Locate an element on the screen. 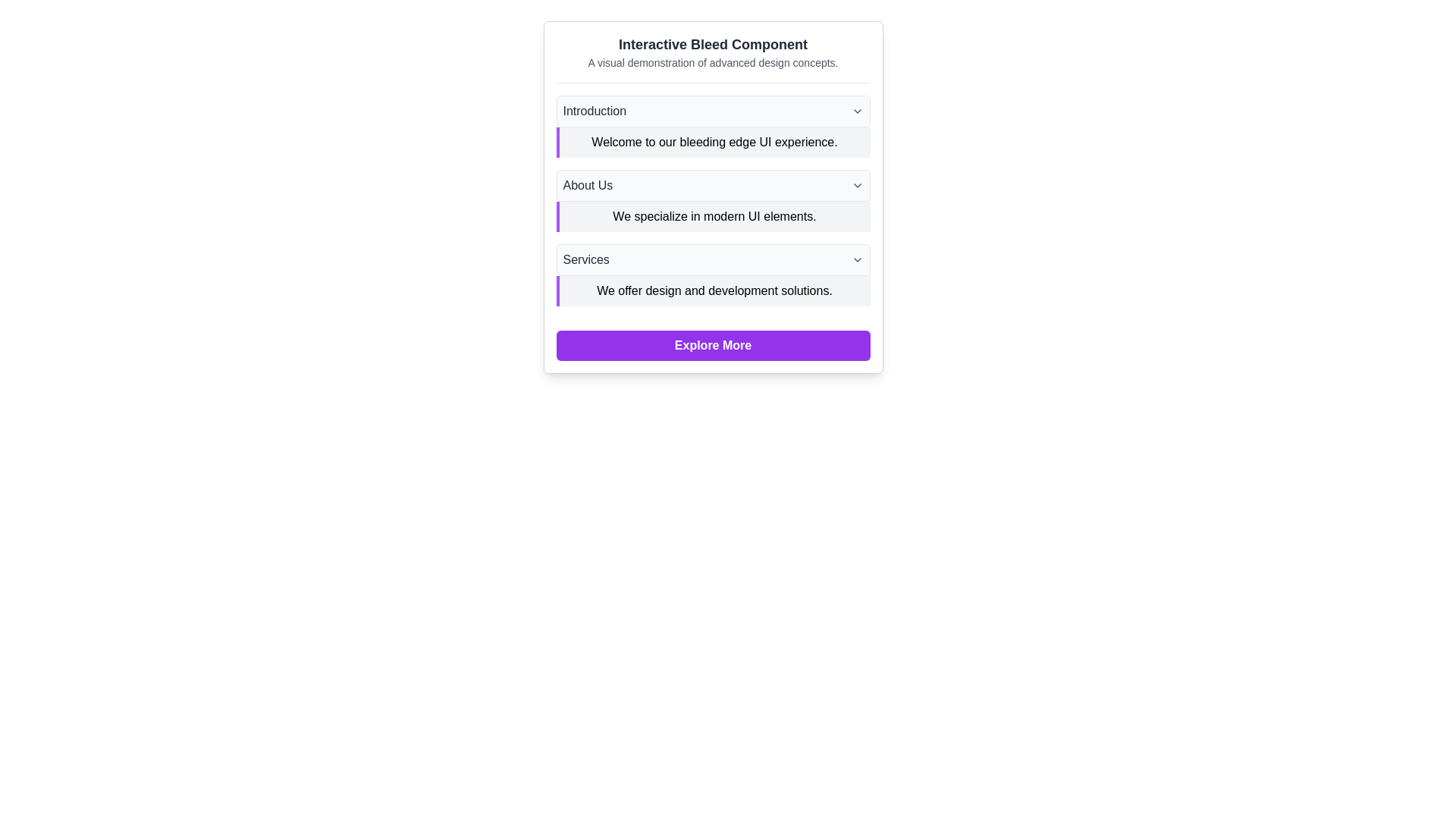  the static text block displaying the message 'We offer design and development solutions.' which is styled with a light gray background and a purple border on its left side is located at coordinates (712, 291).